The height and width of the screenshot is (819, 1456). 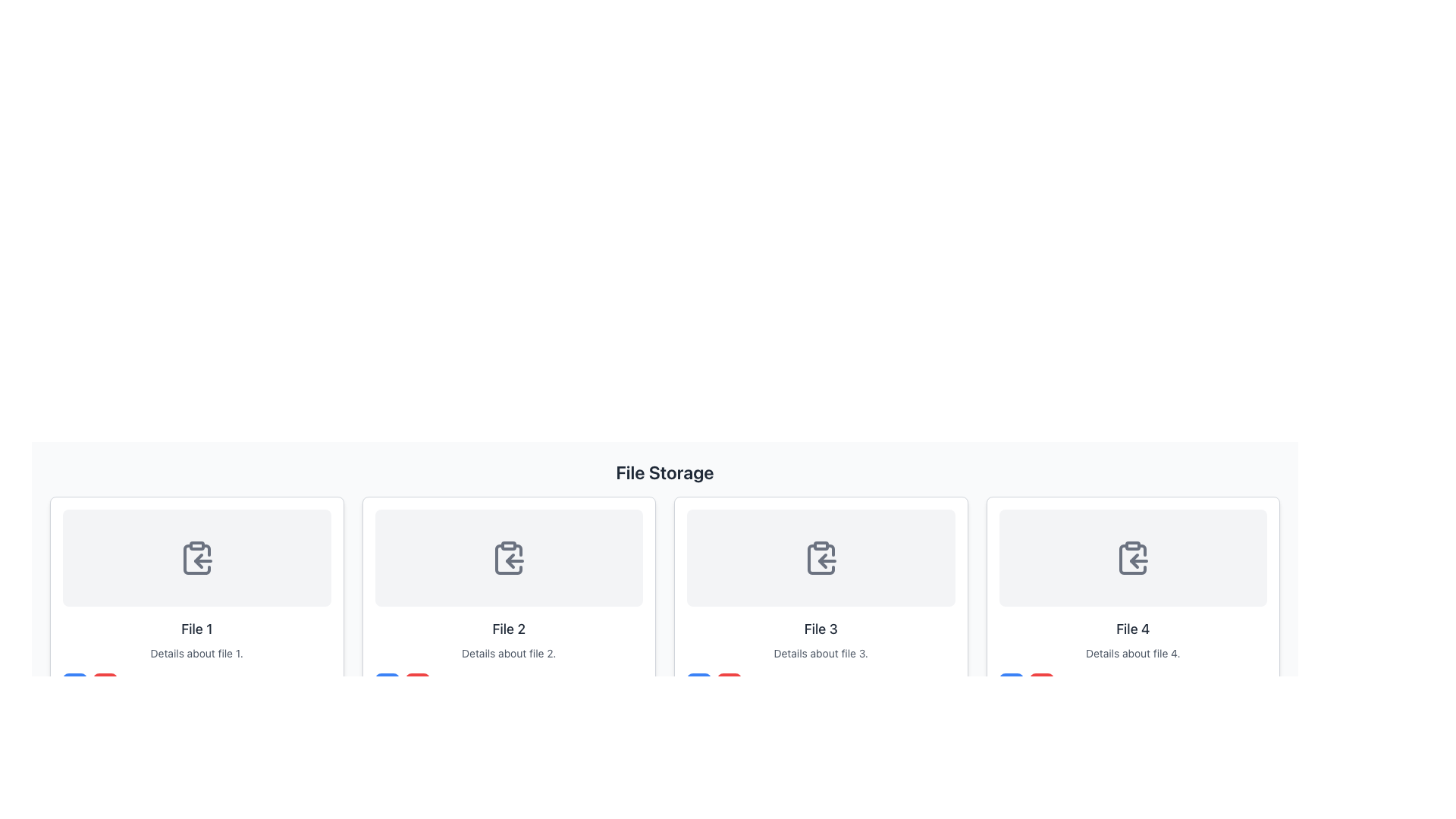 What do you see at coordinates (820, 629) in the screenshot?
I see `the heading text label 'File 3' which is styled with a bold font in dark gray, located inside the card for File 3, positioned centrally under the 'File Storage' header` at bounding box center [820, 629].